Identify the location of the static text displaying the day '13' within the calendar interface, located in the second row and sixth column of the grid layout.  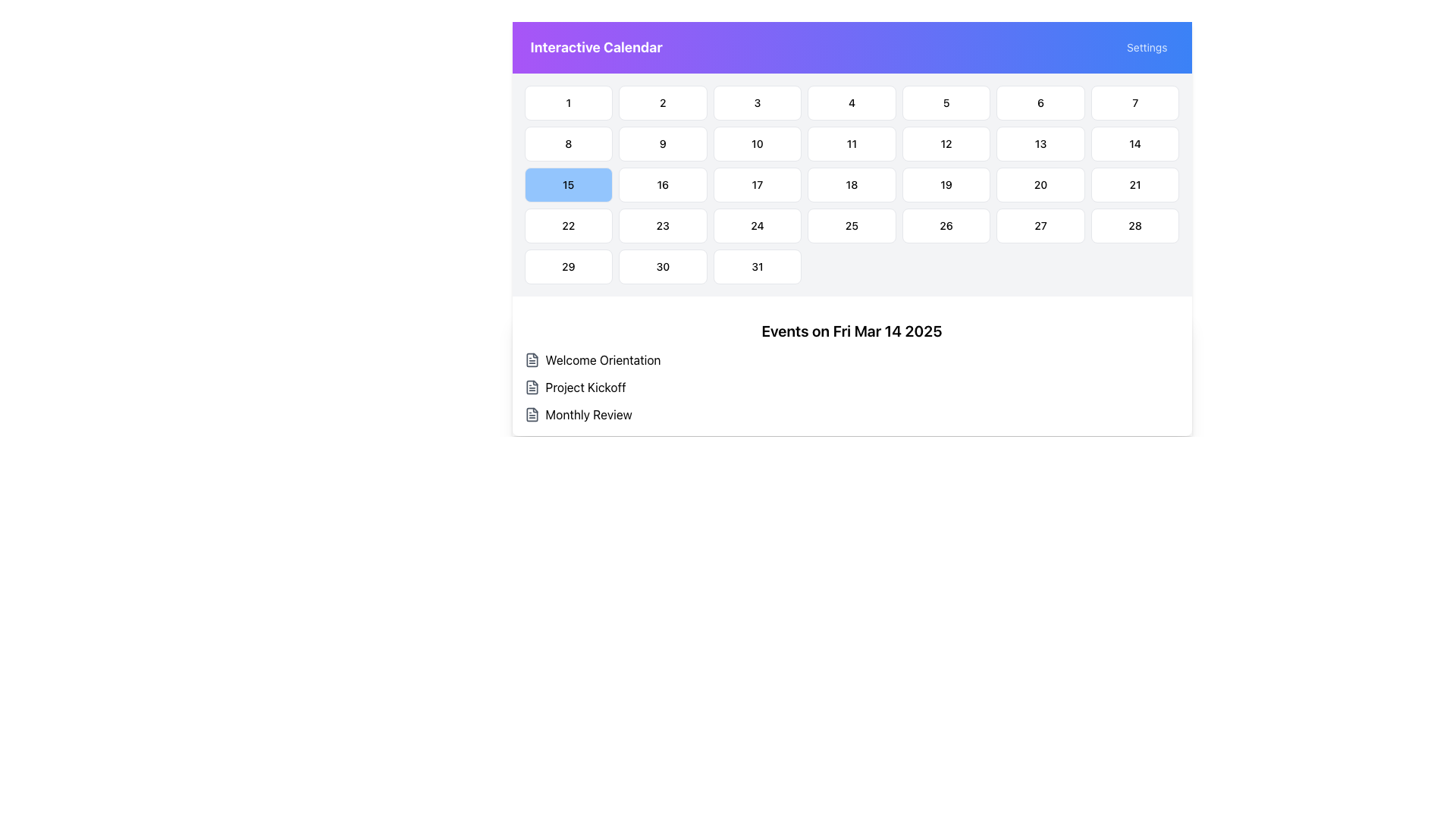
(1040, 143).